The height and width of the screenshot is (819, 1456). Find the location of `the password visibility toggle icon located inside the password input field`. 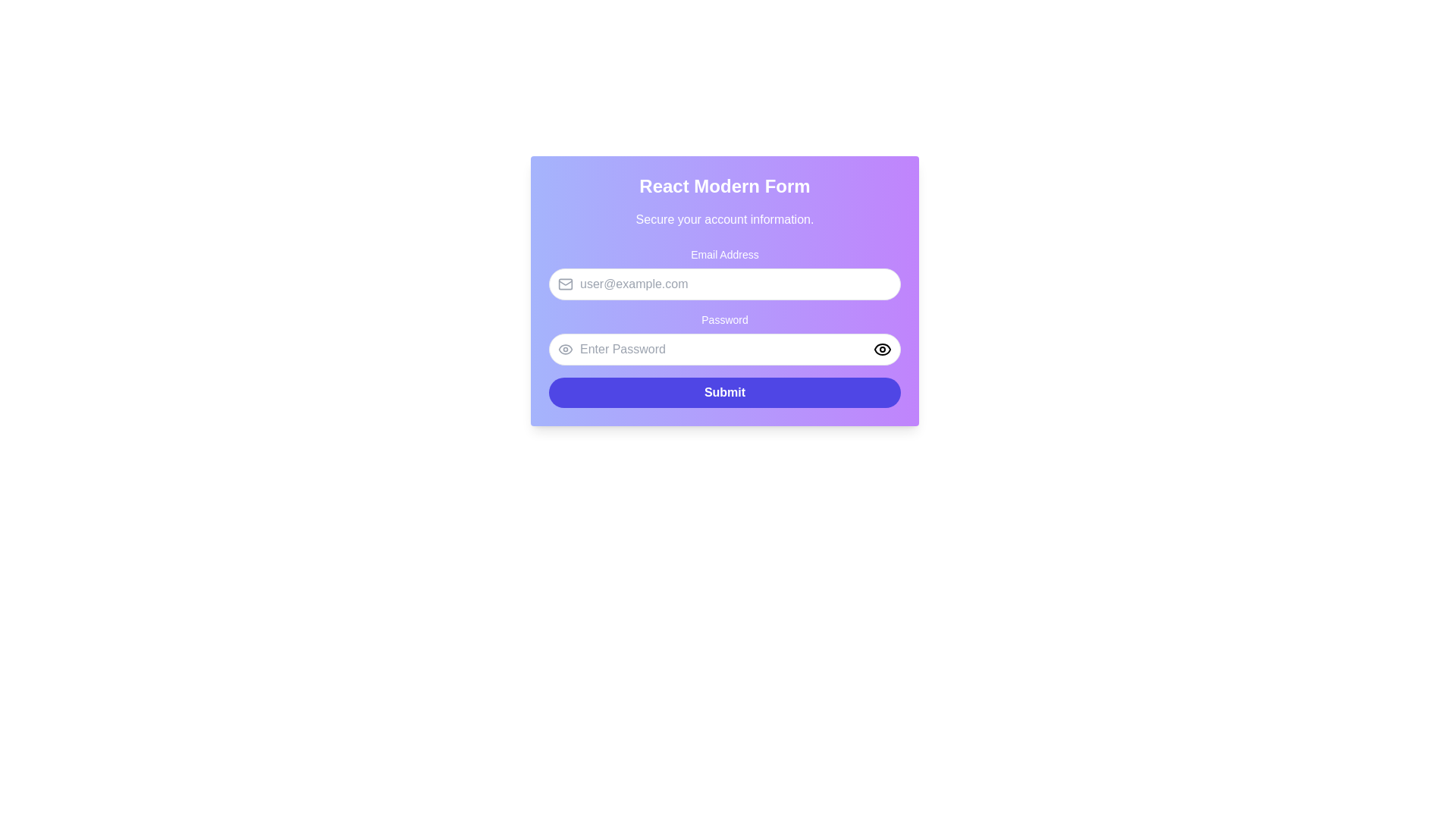

the password visibility toggle icon located inside the password input field is located at coordinates (564, 350).